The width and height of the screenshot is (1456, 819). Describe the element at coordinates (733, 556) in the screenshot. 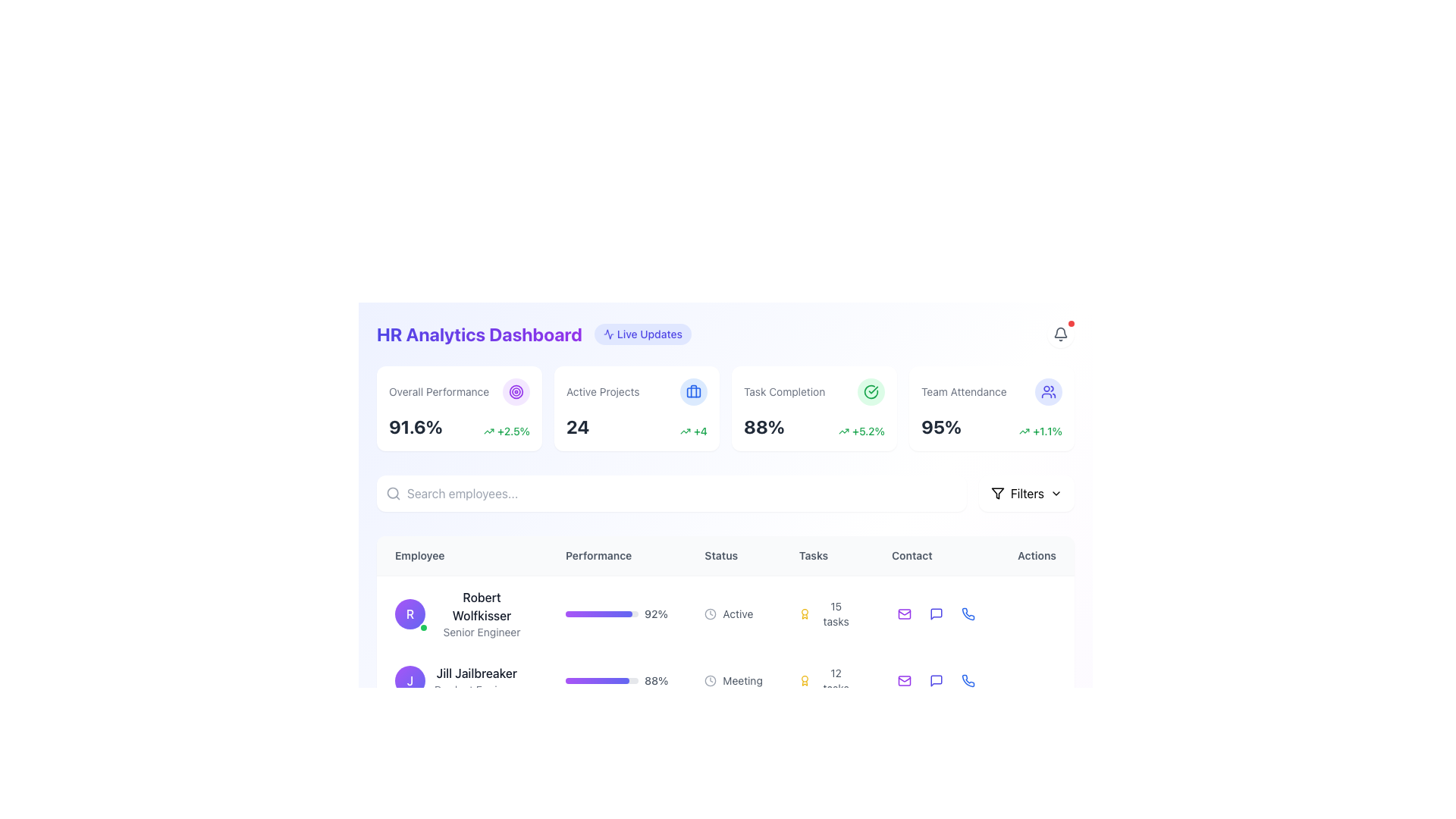

I see `the 'Status' label in the header row of the data table layout, which is centrally positioned among the columns` at that location.